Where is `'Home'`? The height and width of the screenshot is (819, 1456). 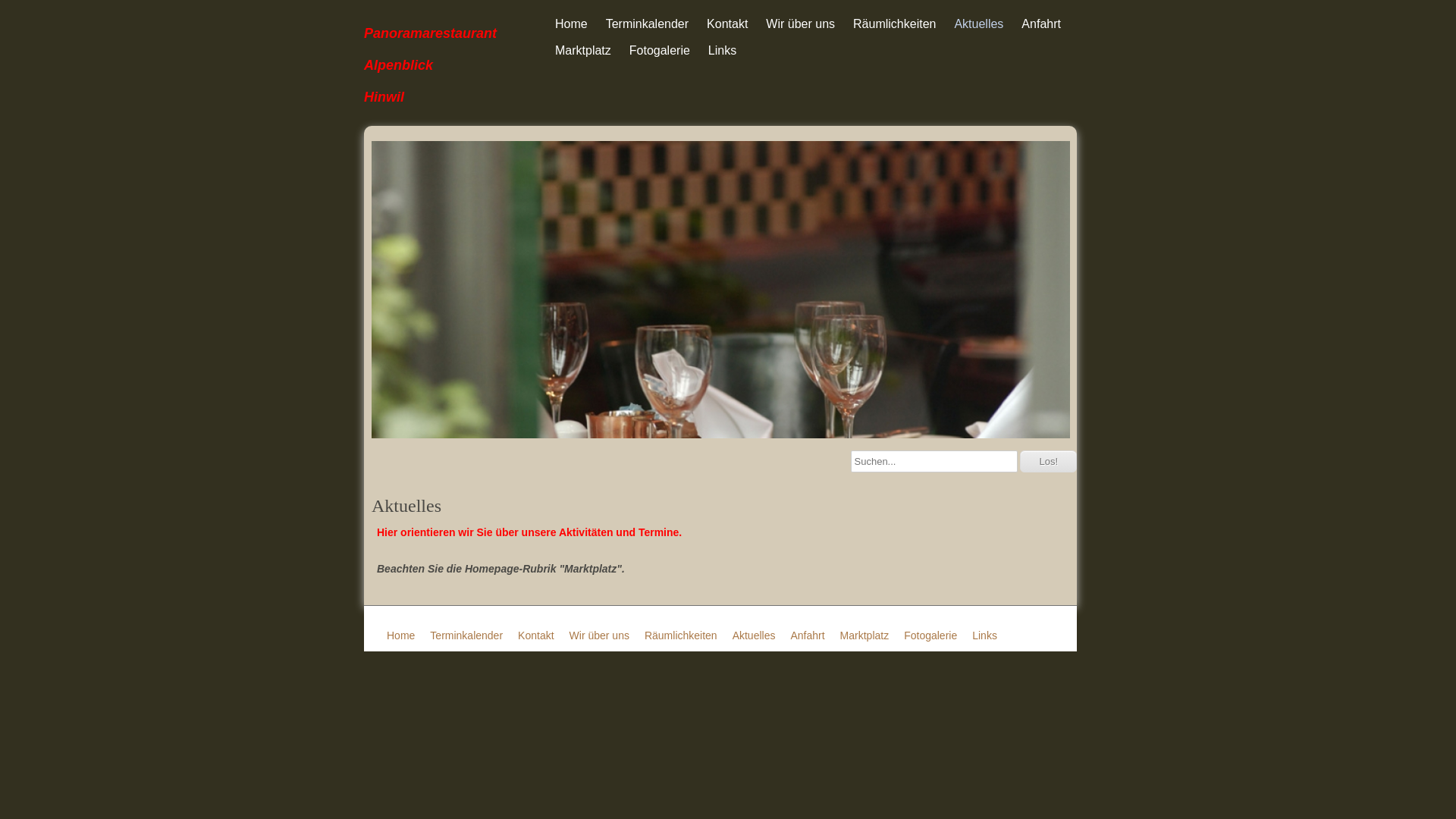 'Home' is located at coordinates (570, 24).